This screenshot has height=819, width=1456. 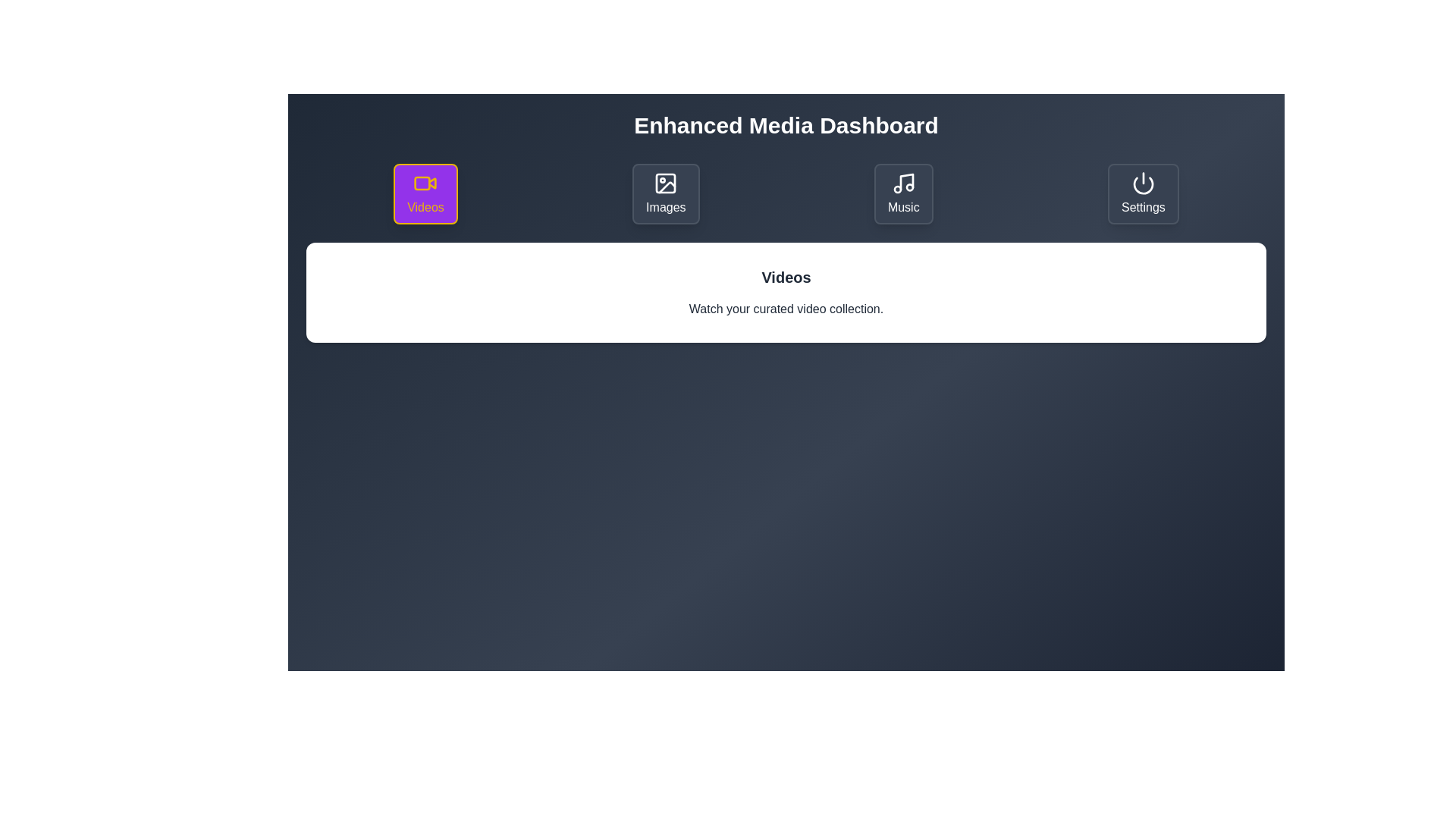 What do you see at coordinates (666, 193) in the screenshot?
I see `the Images tab to switch to its content` at bounding box center [666, 193].